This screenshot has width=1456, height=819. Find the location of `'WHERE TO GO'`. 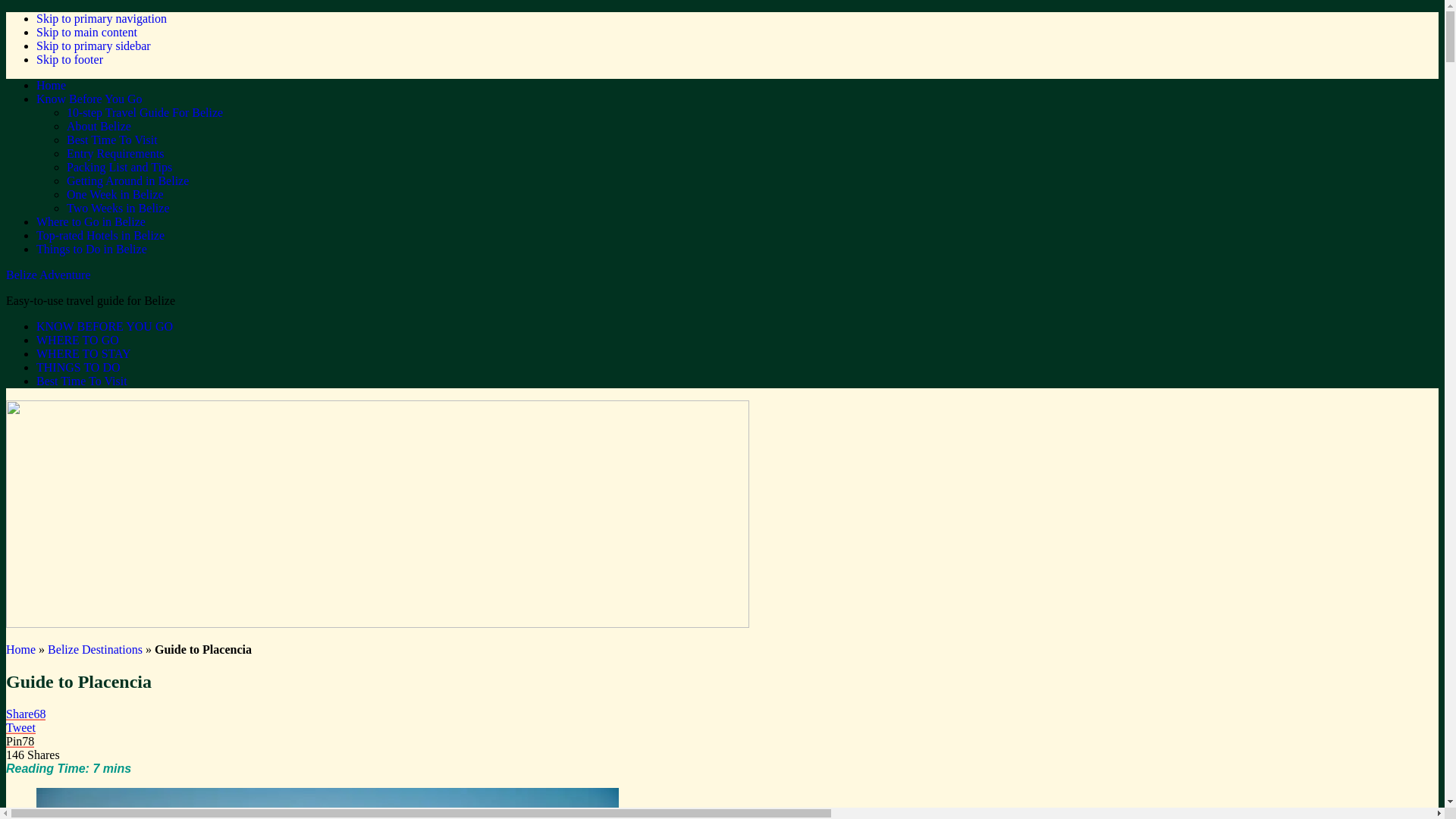

'WHERE TO GO' is located at coordinates (36, 339).